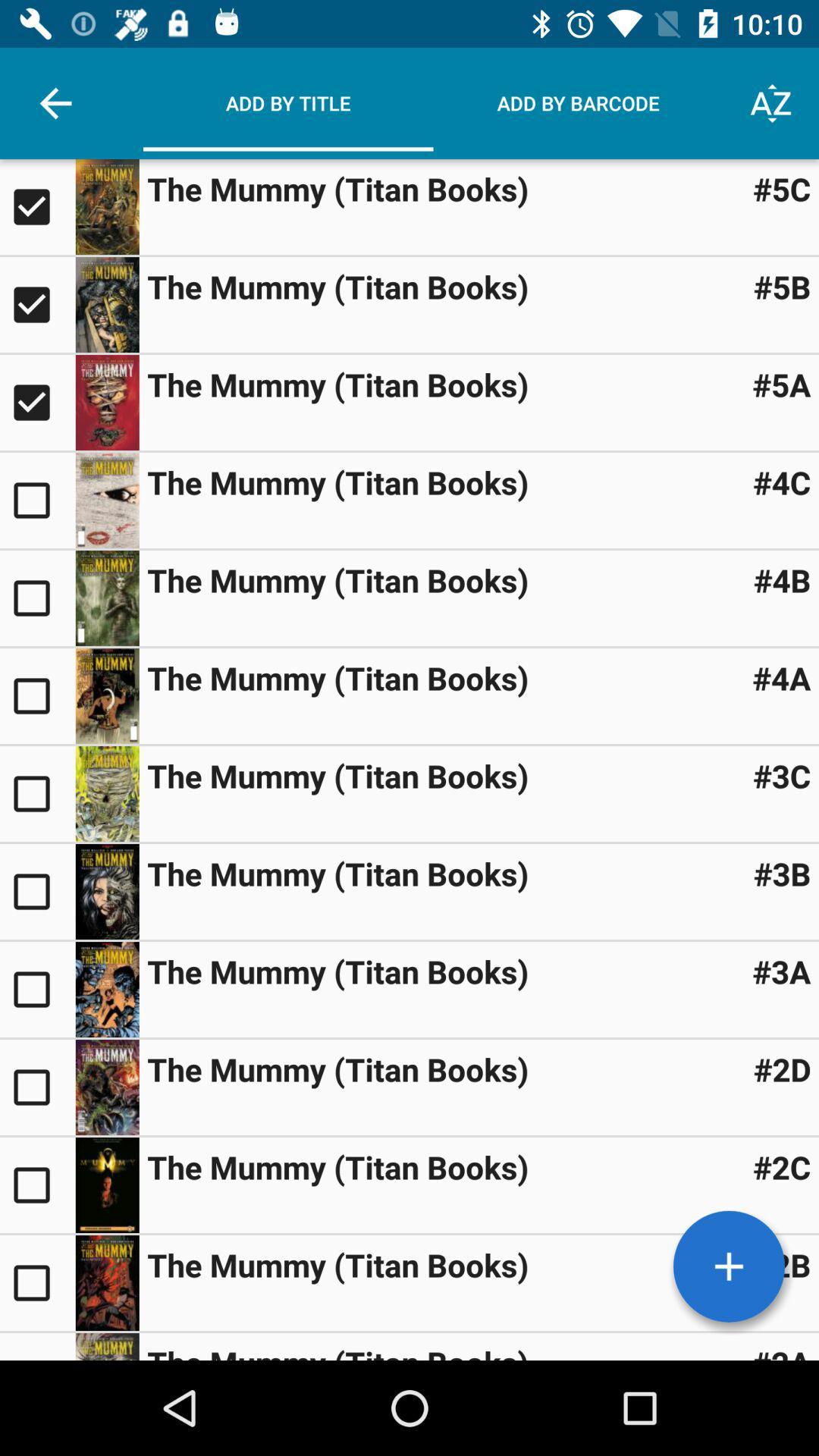 Image resolution: width=819 pixels, height=1456 pixels. I want to click on titles, so click(728, 1266).